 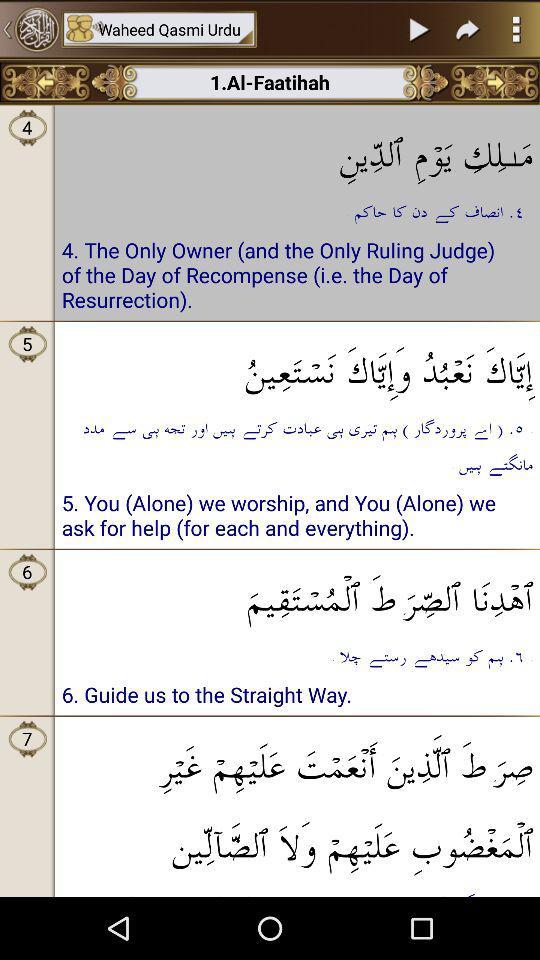 What do you see at coordinates (468, 28) in the screenshot?
I see `go next` at bounding box center [468, 28].